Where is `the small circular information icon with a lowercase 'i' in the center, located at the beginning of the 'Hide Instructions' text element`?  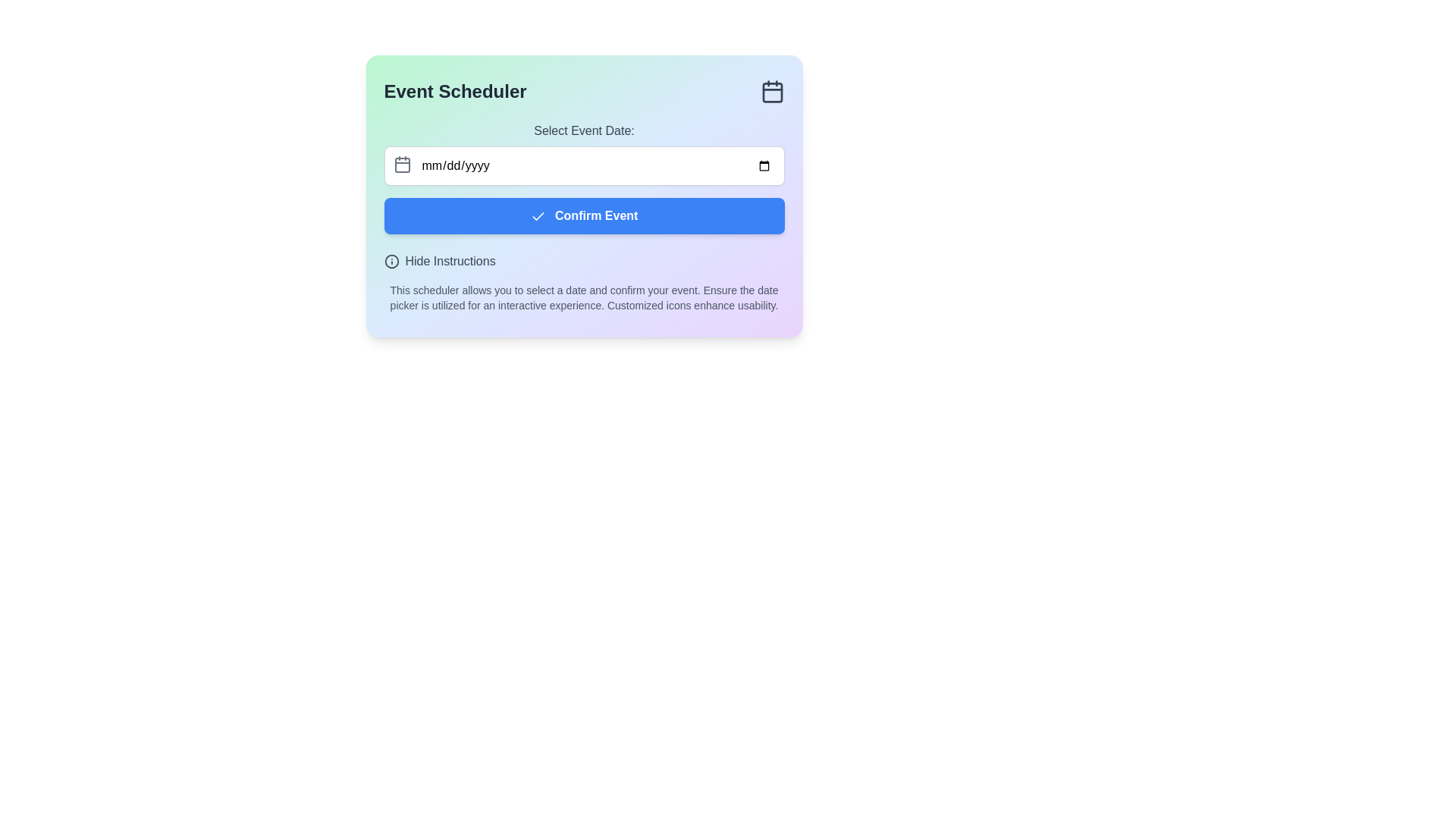 the small circular information icon with a lowercase 'i' in the center, located at the beginning of the 'Hide Instructions' text element is located at coordinates (391, 260).